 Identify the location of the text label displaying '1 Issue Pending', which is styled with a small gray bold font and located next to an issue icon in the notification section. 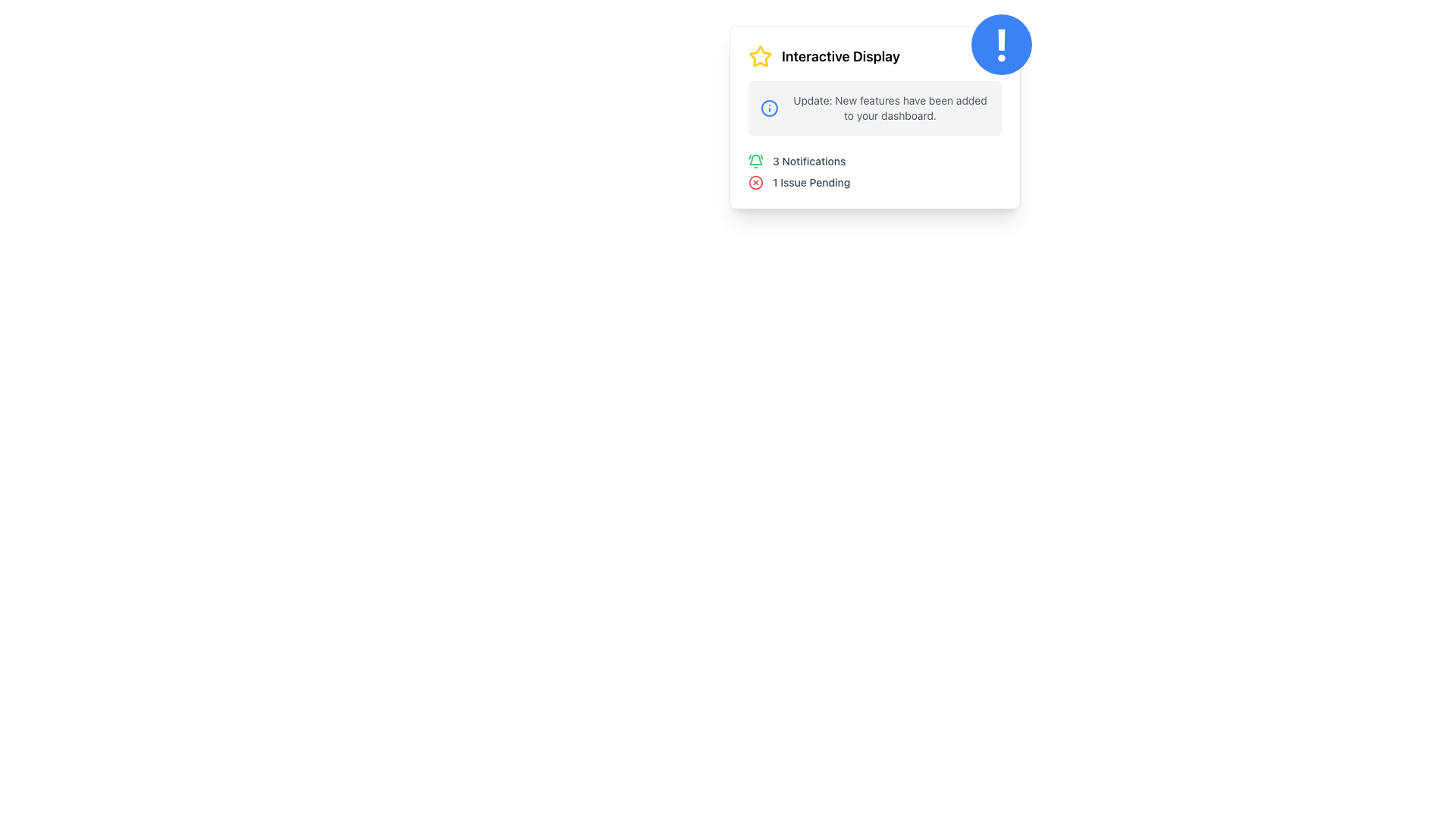
(811, 181).